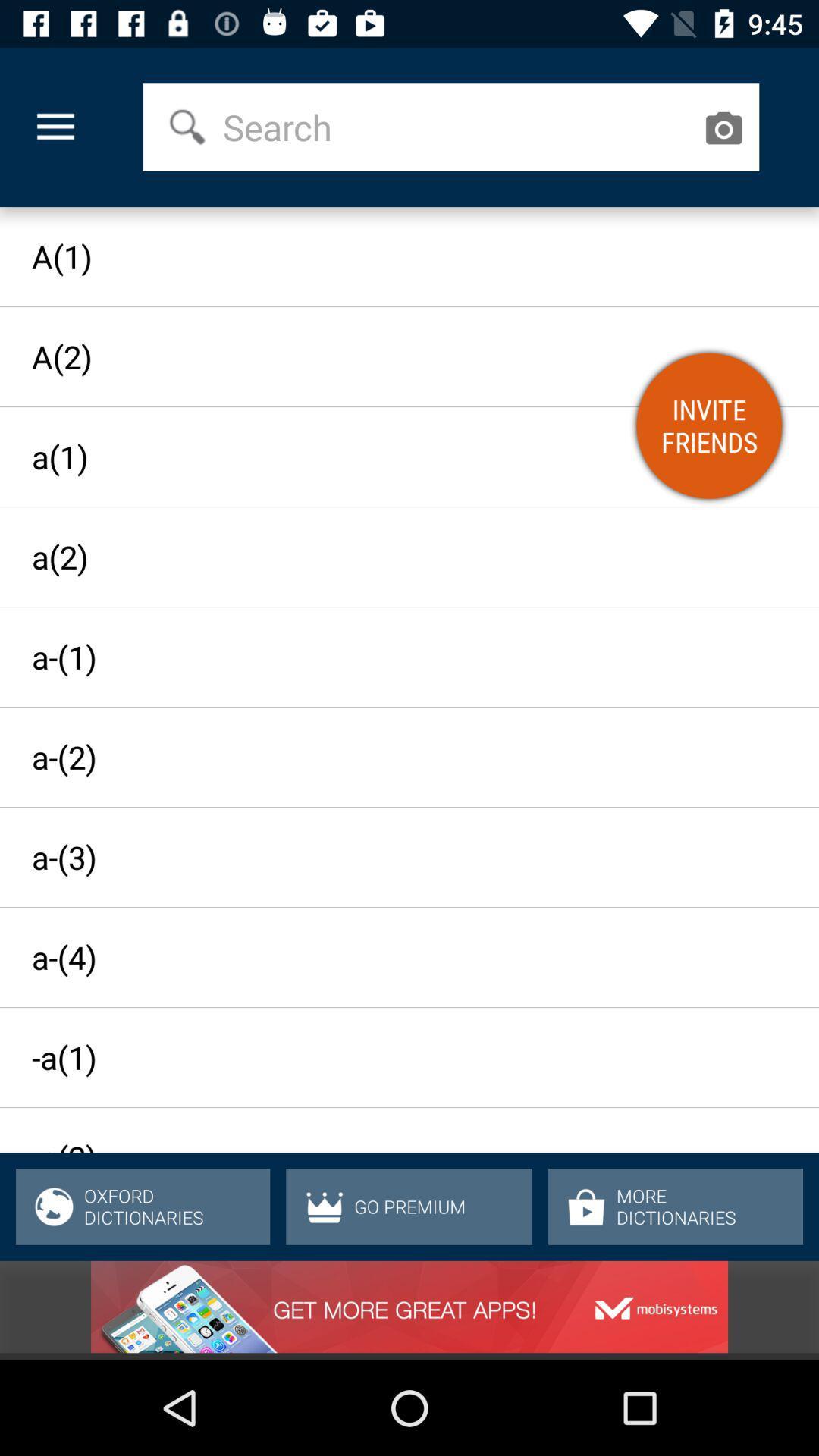 Image resolution: width=819 pixels, height=1456 pixels. I want to click on the a-(3), so click(394, 857).